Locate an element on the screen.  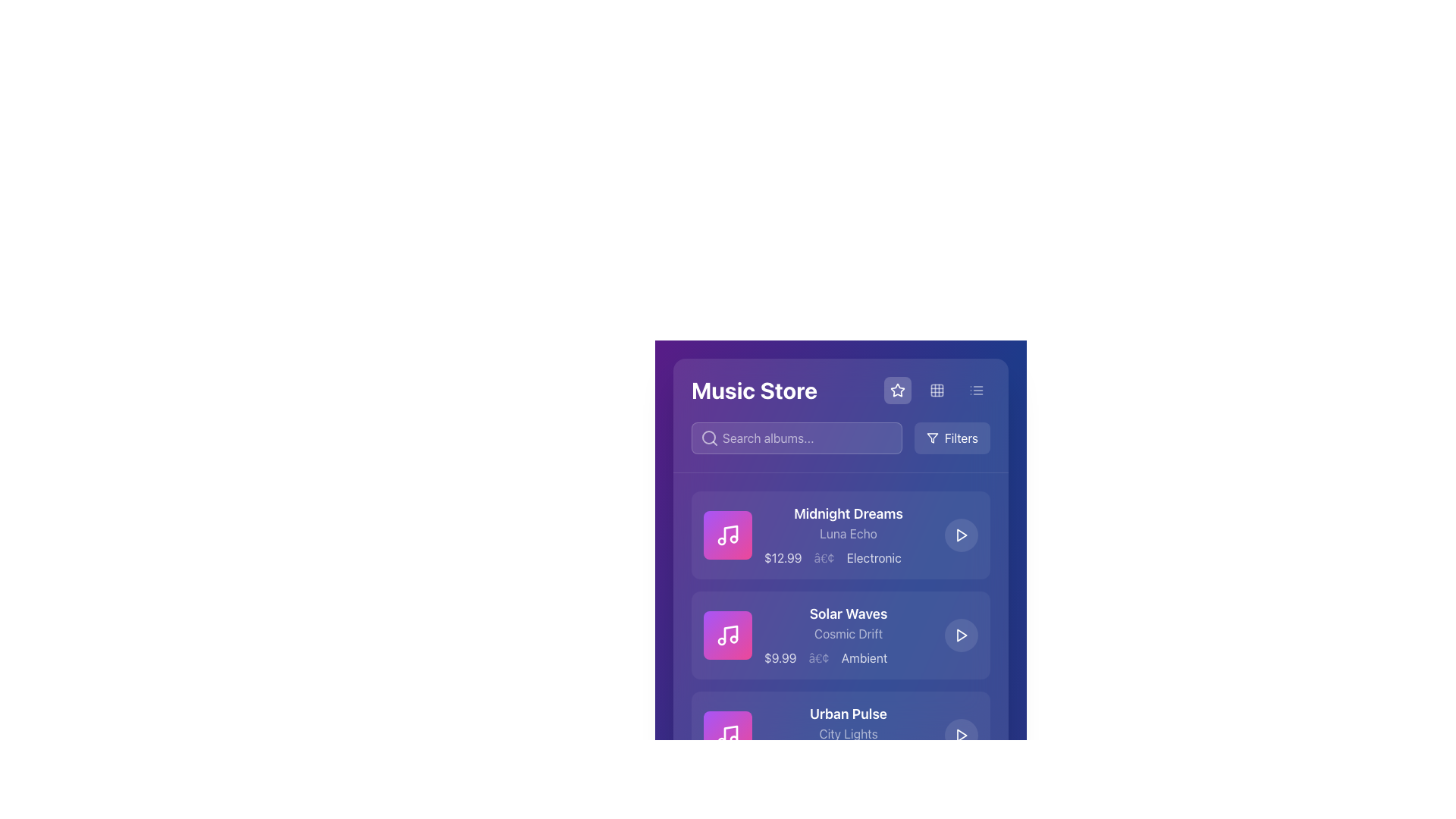
the Play button located to the right of the song titled 'Urban Pulse' is located at coordinates (960, 734).